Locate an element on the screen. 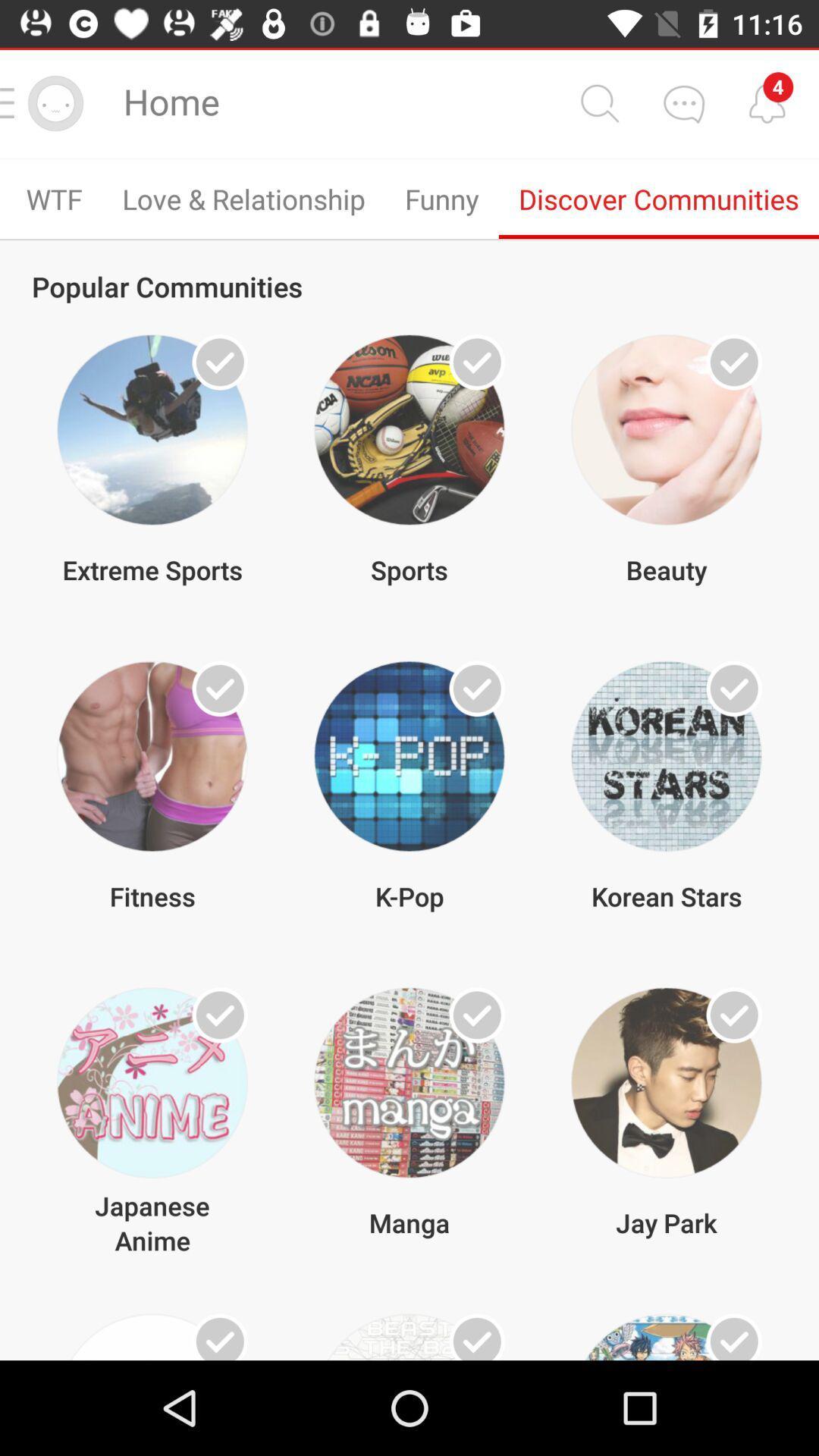 This screenshot has height=1456, width=819. messages is located at coordinates (683, 102).